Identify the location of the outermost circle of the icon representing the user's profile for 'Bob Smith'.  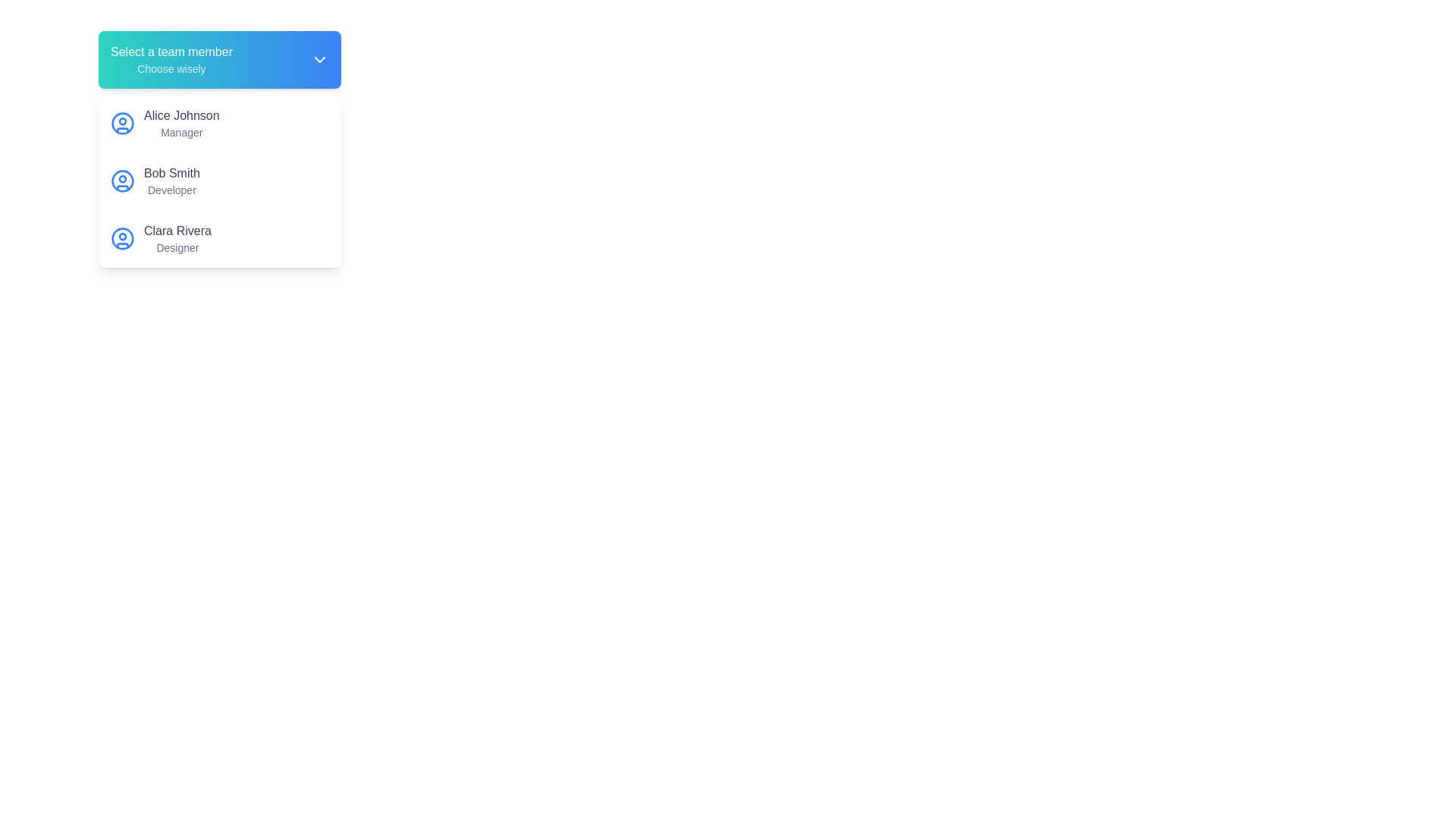
(123, 180).